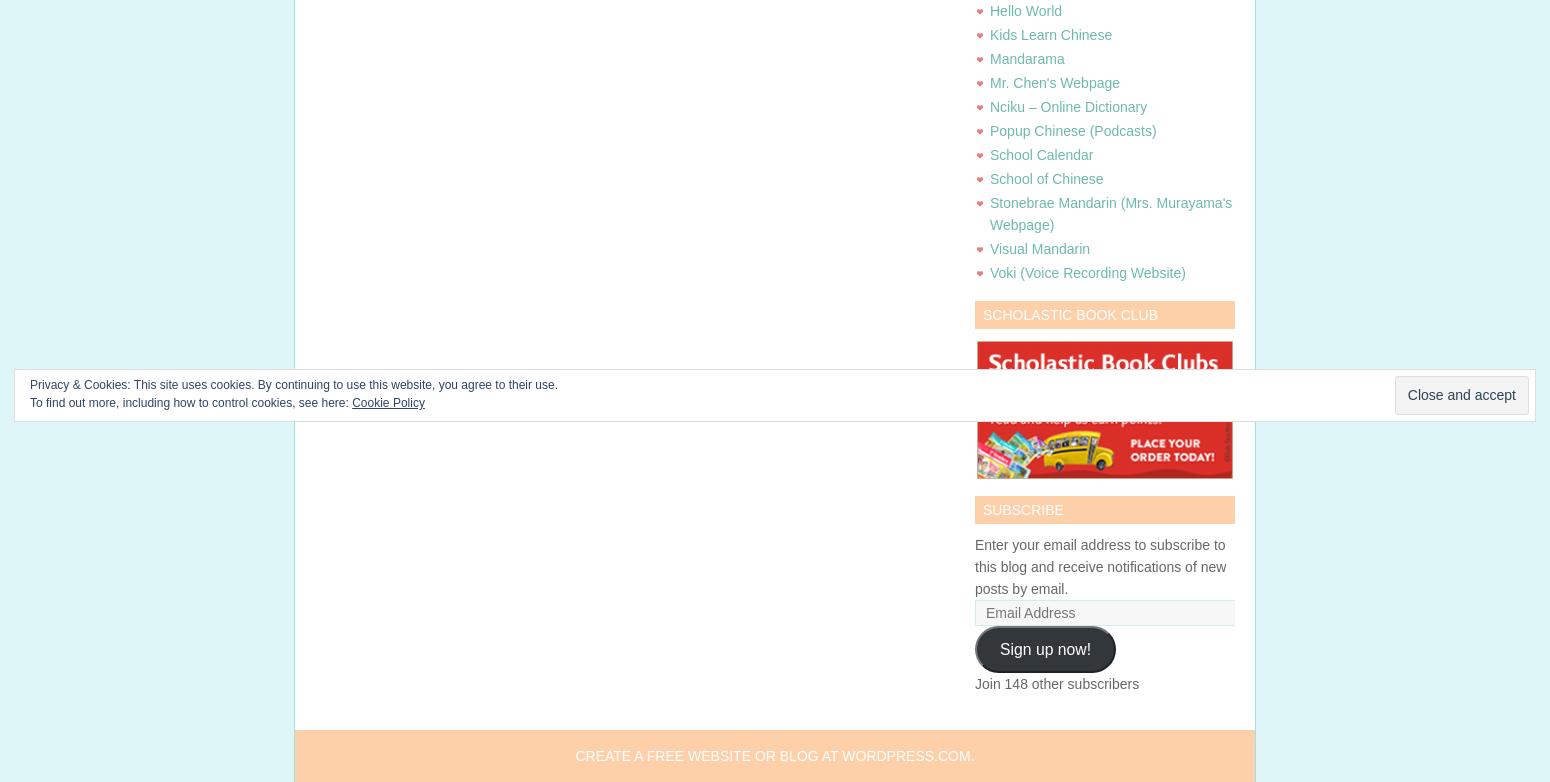 The image size is (1550, 782). Describe the element at coordinates (1110, 213) in the screenshot. I see `'Stonebrae Mandarin (Mrs. Murayama's Webpage)'` at that location.